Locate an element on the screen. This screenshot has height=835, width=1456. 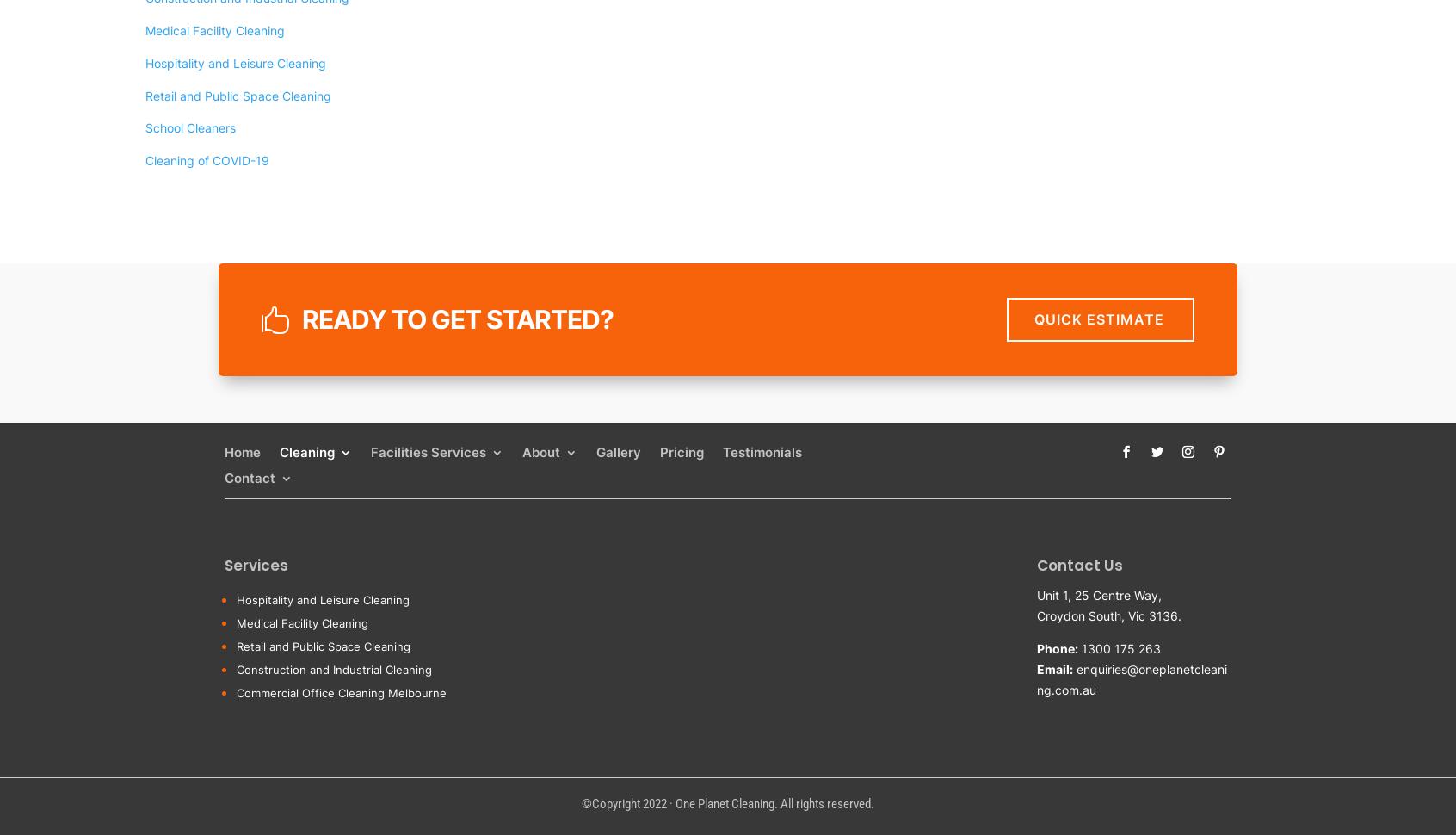
'Careers' is located at coordinates (571, 501).